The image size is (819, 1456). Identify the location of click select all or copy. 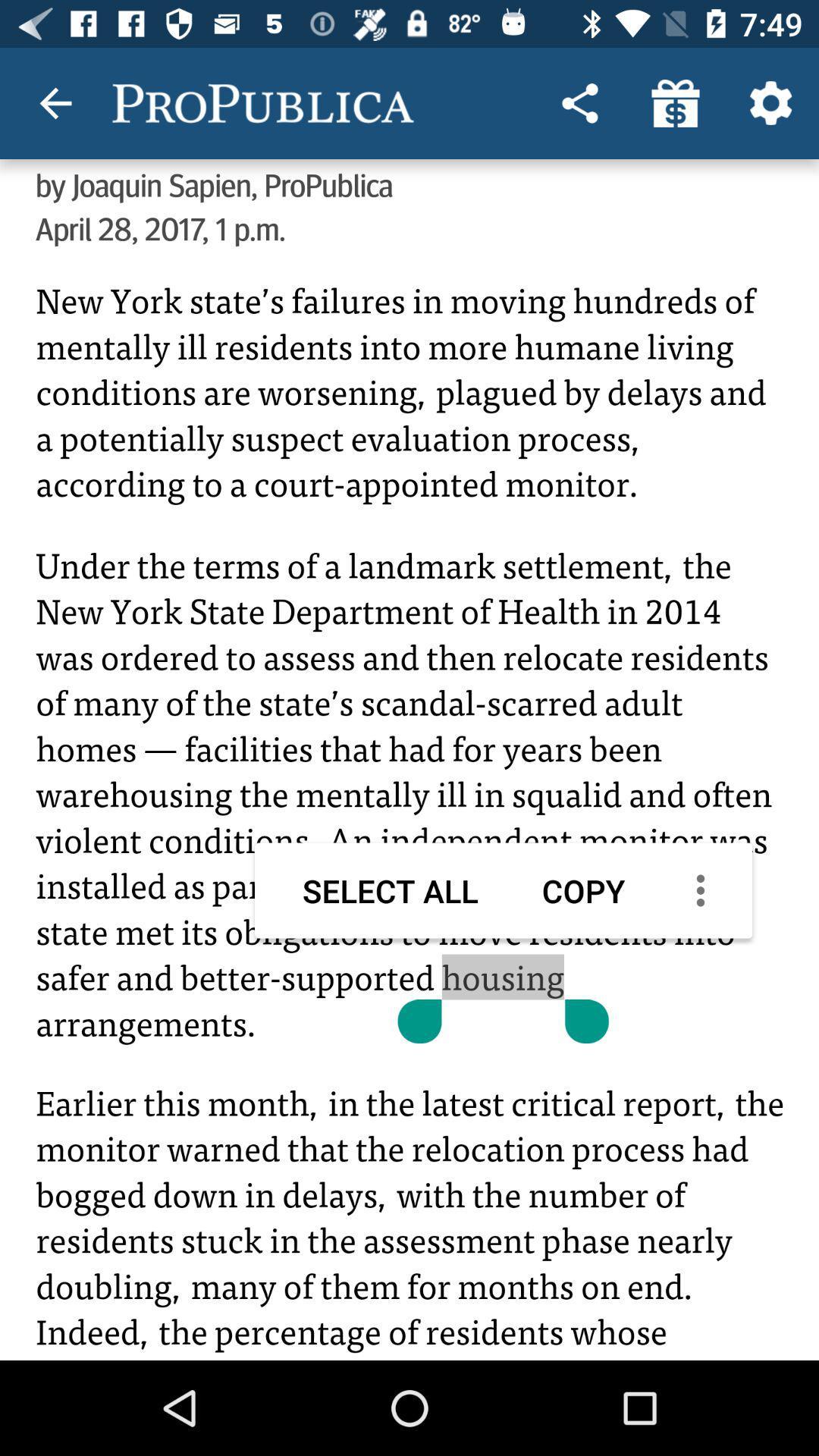
(409, 804).